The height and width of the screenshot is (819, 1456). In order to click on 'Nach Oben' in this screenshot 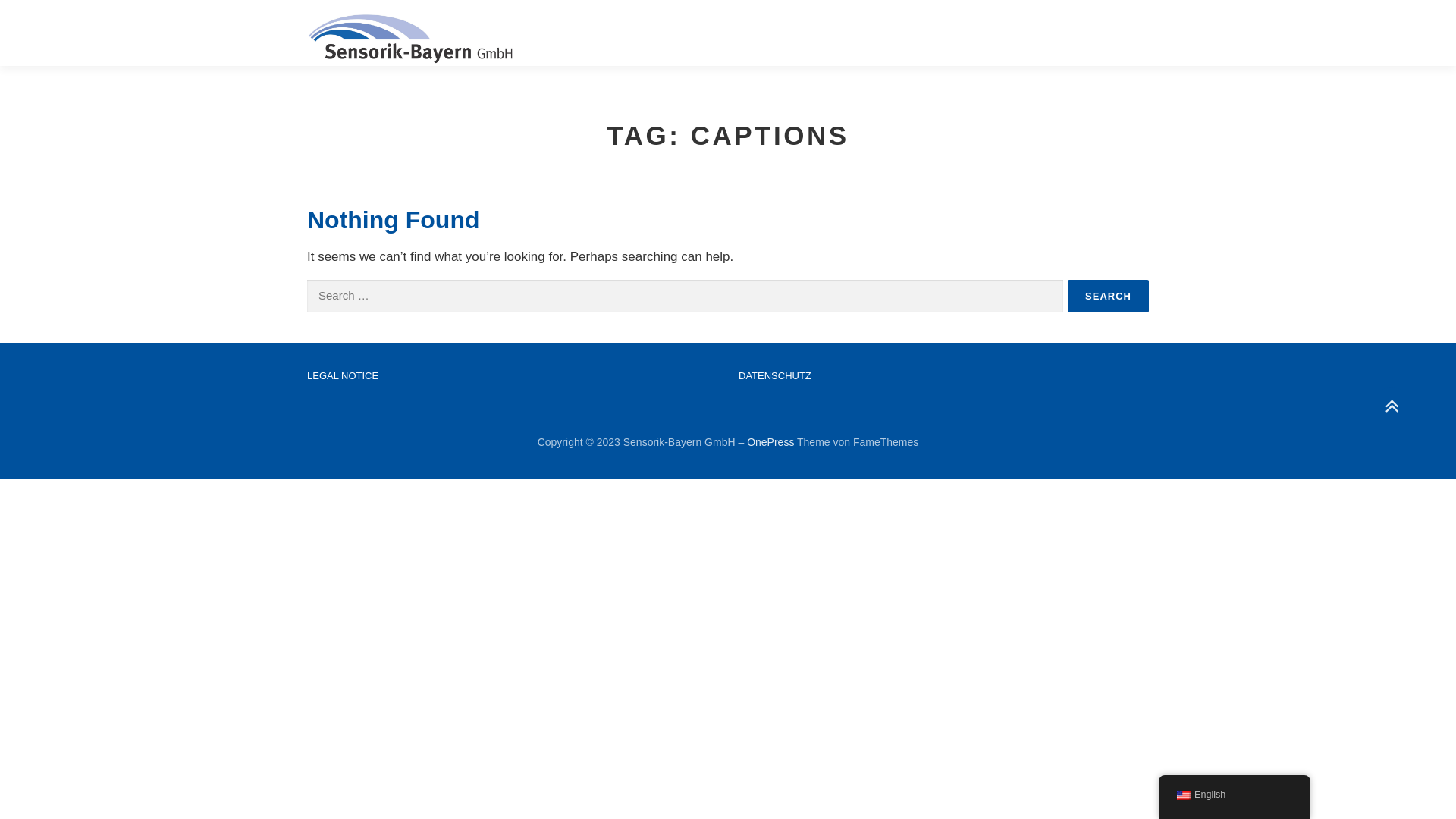, I will do `click(1383, 399)`.